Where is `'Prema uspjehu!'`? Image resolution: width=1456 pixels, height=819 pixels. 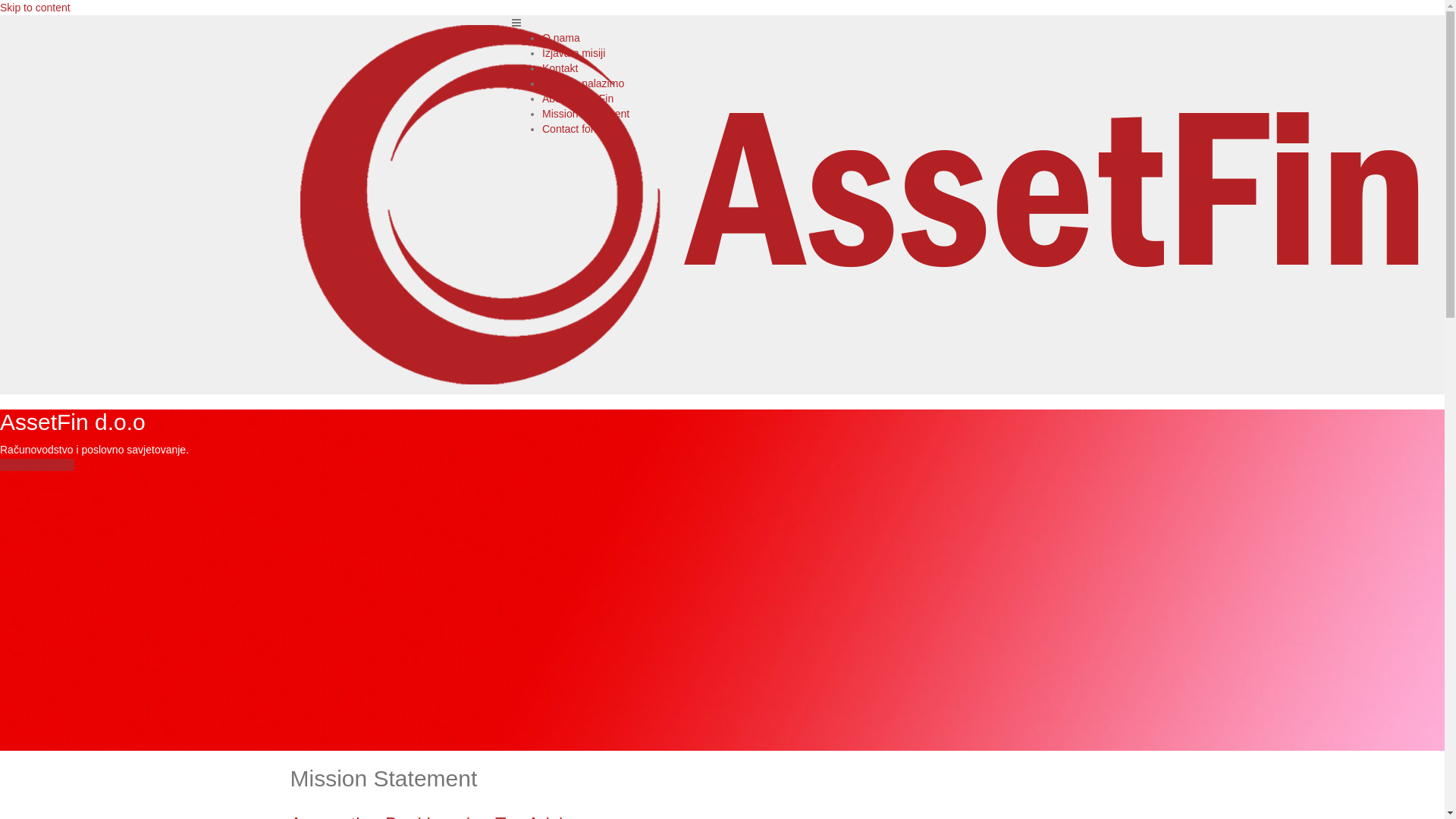
'Prema uspjehu!' is located at coordinates (36, 464).